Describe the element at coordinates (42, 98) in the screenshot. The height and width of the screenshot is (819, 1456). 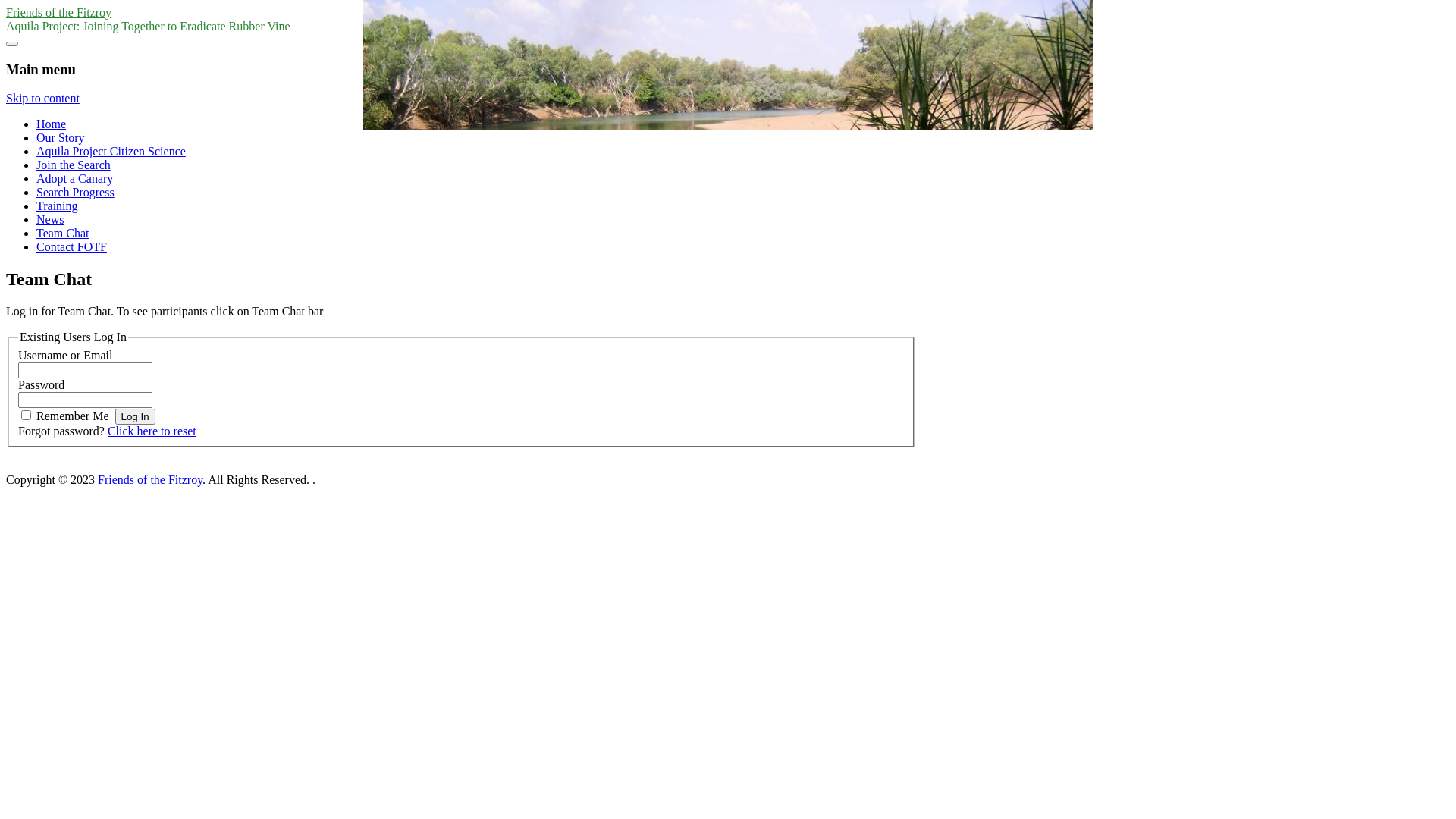
I see `'Skip to content'` at that location.